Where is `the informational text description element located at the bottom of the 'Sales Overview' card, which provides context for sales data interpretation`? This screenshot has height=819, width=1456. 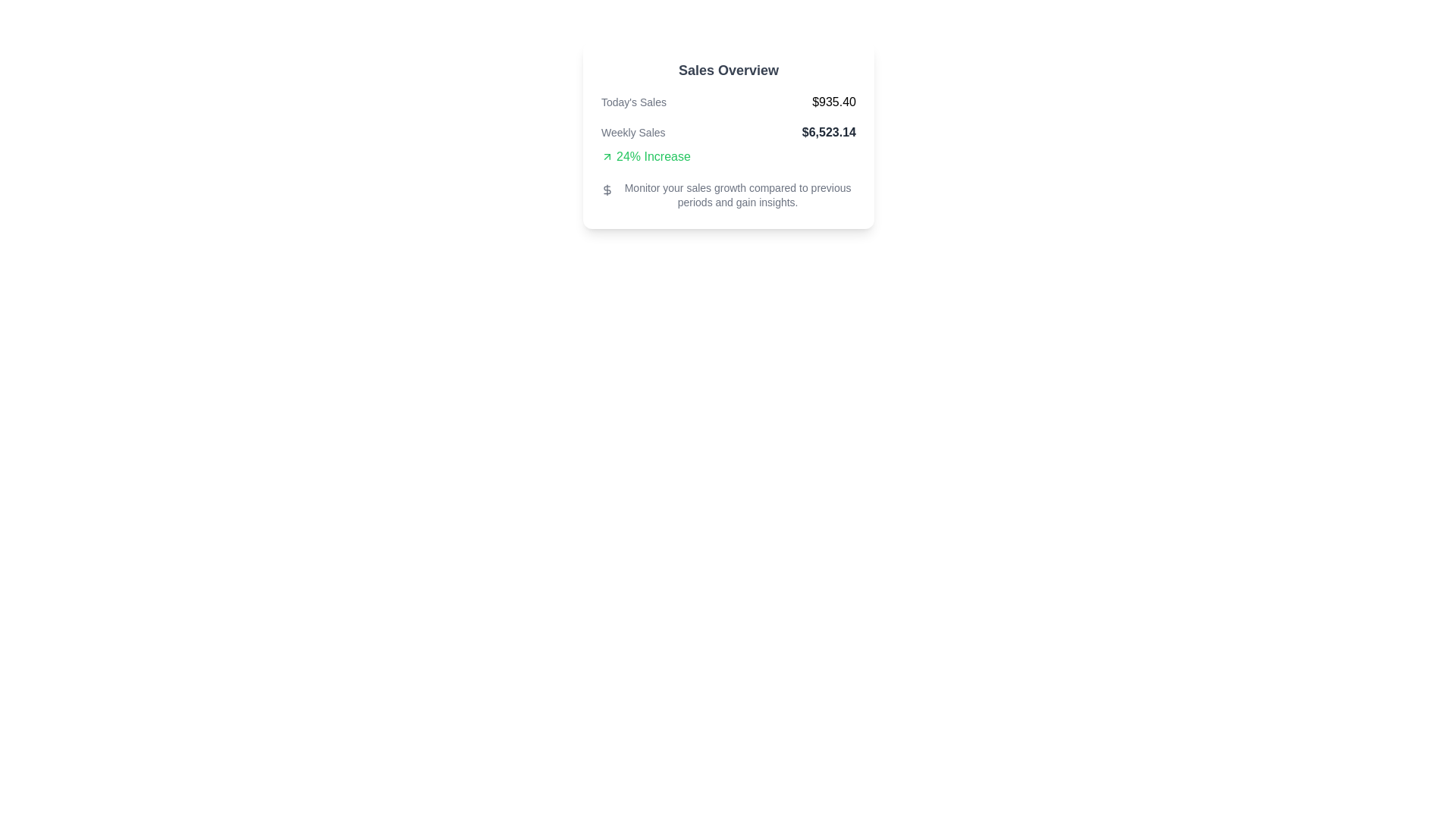 the informational text description element located at the bottom of the 'Sales Overview' card, which provides context for sales data interpretation is located at coordinates (728, 195).